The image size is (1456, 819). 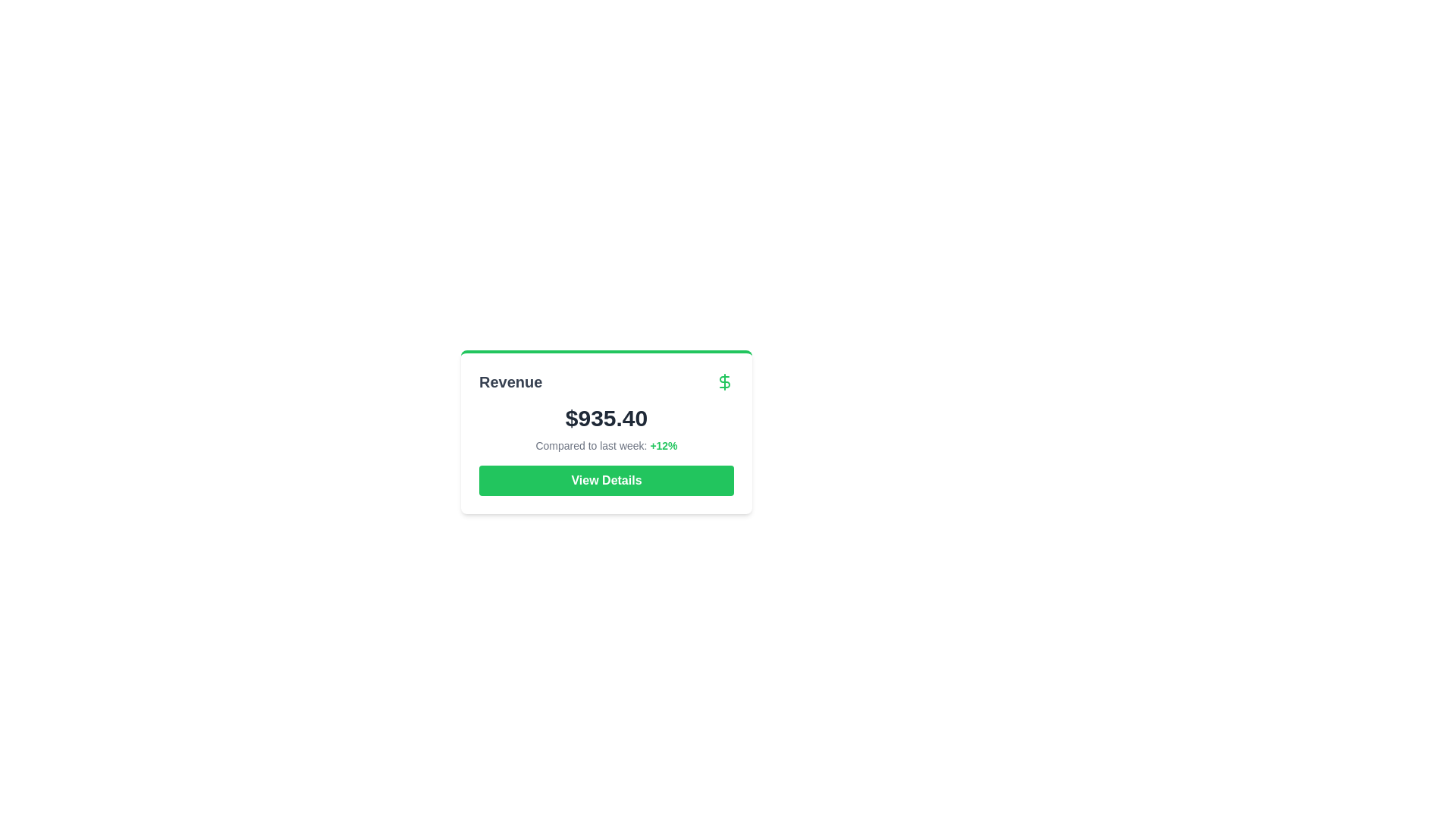 I want to click on the text label displaying '+12%' in bold green font, located to the right of 'Compared to last week', so click(x=664, y=444).